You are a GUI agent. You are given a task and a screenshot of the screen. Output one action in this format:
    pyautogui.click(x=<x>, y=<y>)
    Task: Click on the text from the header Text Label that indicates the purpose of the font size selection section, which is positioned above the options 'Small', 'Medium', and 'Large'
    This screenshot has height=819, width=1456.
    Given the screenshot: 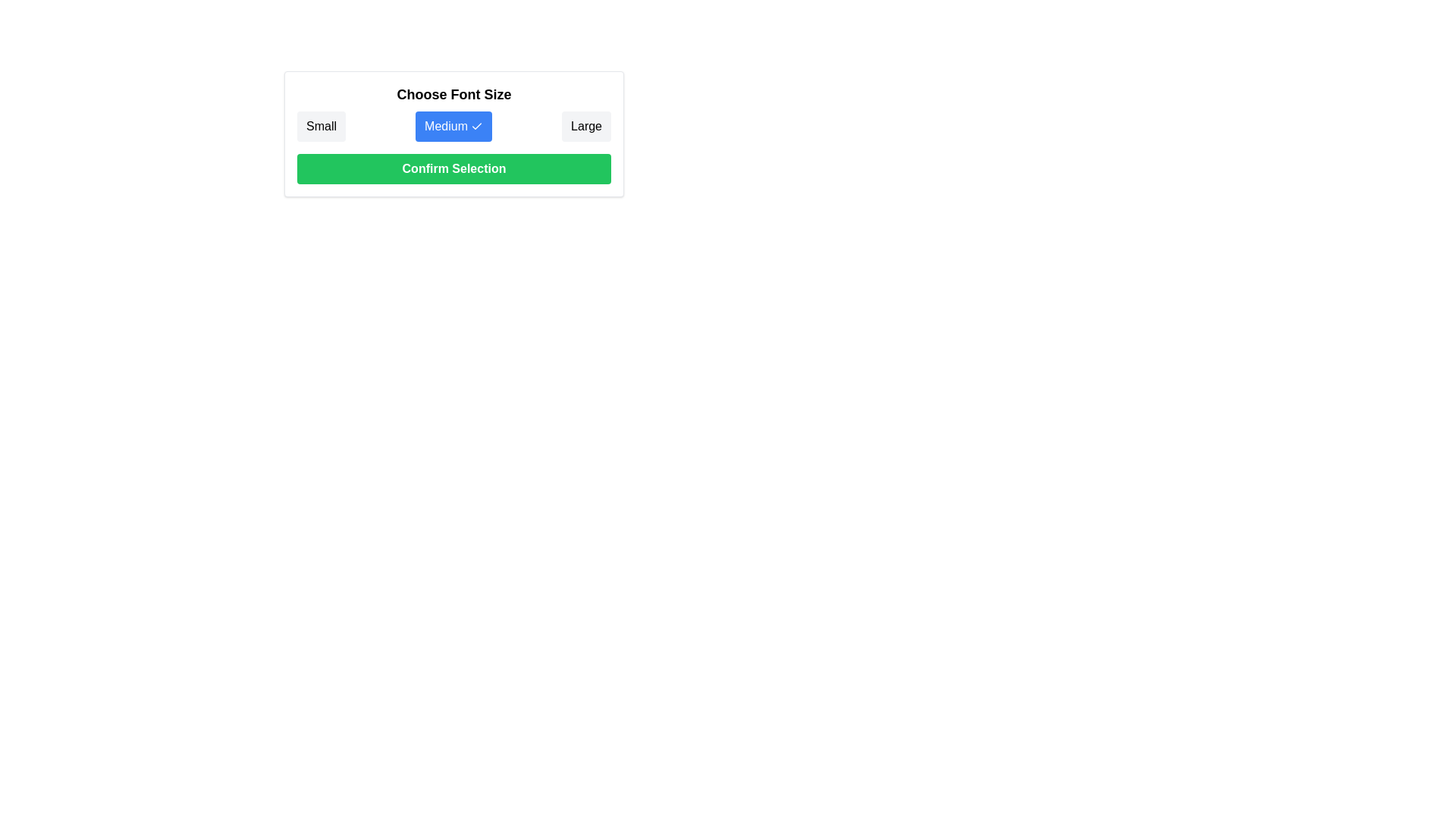 What is the action you would take?
    pyautogui.click(x=453, y=94)
    